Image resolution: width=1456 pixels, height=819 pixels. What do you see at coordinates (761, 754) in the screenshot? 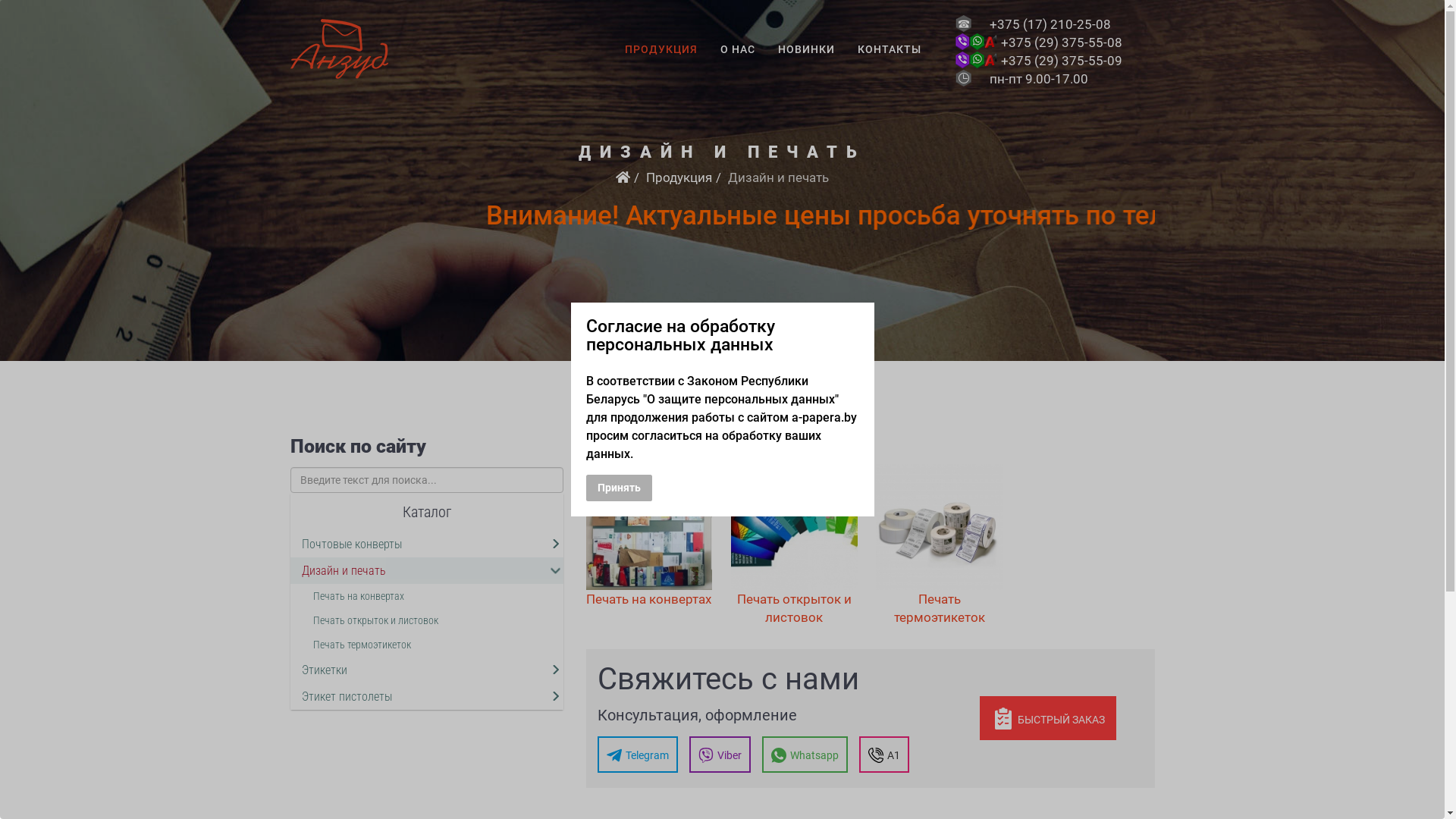
I see `'Whatsapp'` at bounding box center [761, 754].